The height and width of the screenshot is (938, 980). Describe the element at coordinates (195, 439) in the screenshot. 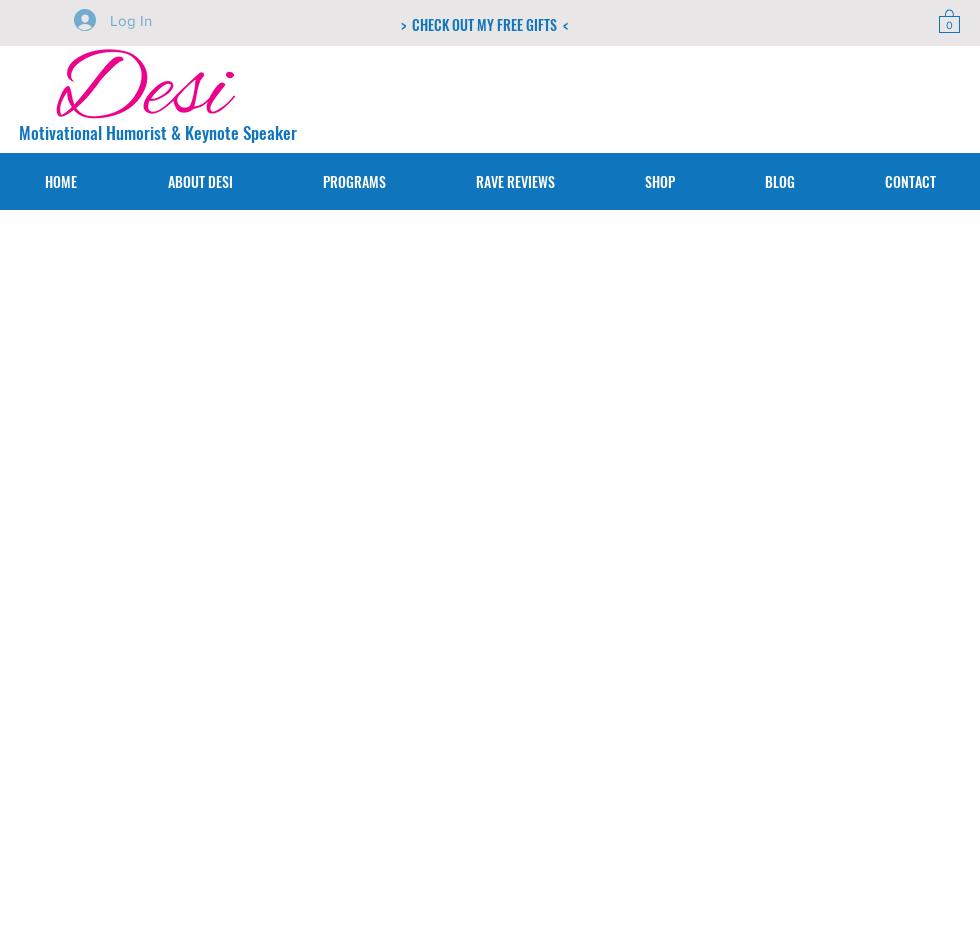

I see `'Welcome to DesiPayne.com !'` at that location.